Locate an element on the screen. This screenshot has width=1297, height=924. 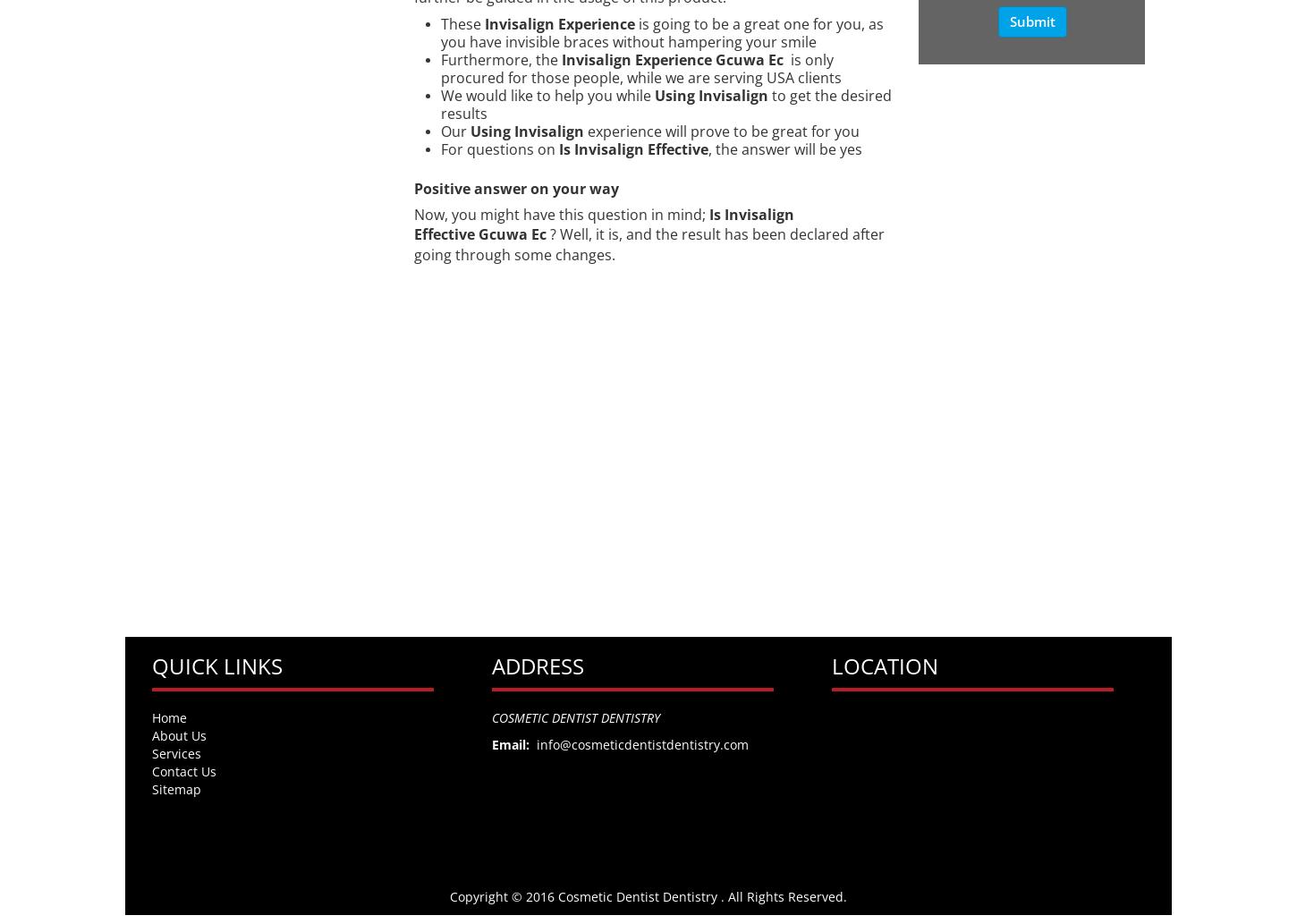
'Contact Us' is located at coordinates (183, 770).